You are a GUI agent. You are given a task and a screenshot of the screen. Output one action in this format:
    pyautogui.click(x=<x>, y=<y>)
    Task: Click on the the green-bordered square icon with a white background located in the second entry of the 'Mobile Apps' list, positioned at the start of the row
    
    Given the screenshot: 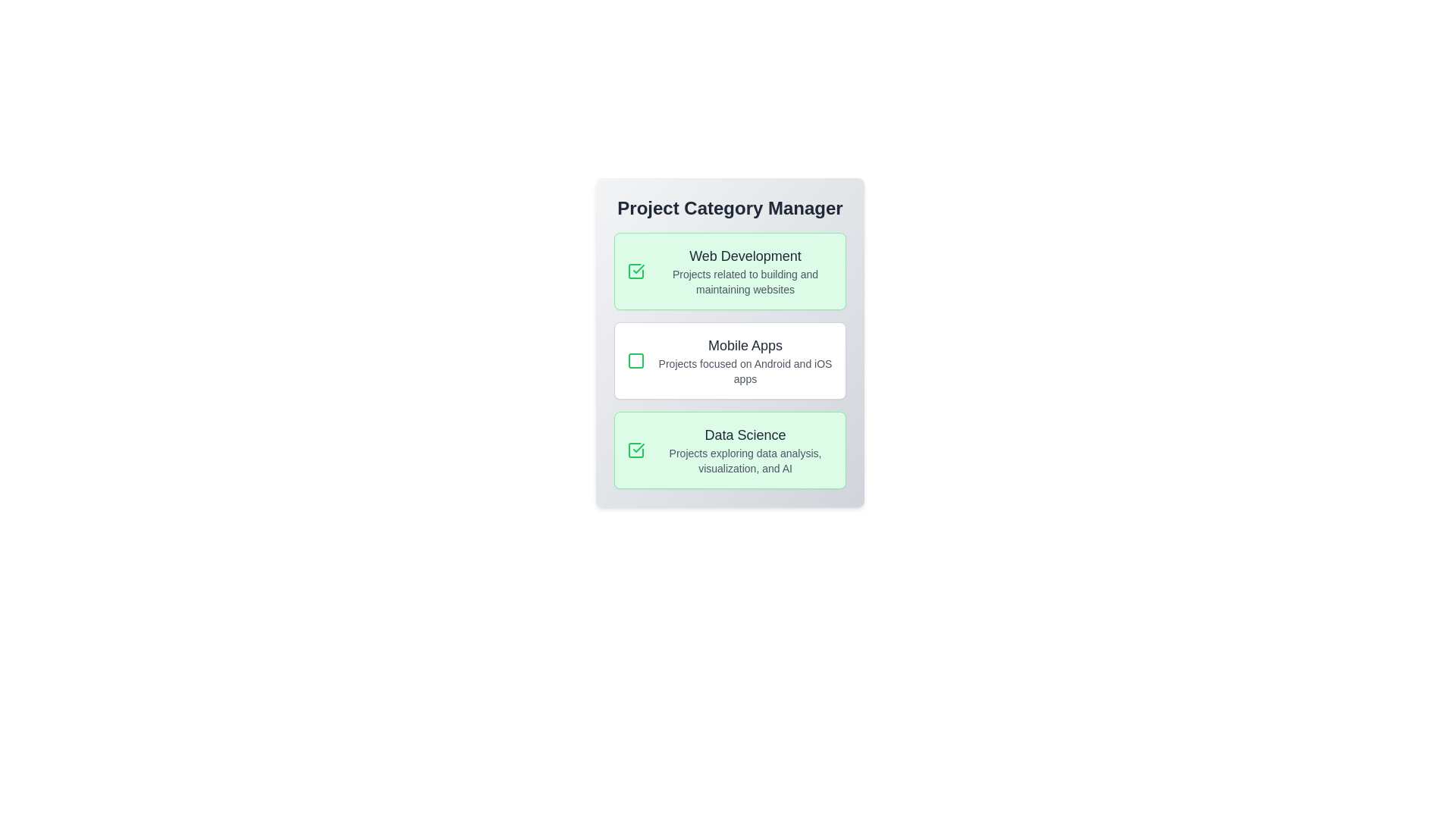 What is the action you would take?
    pyautogui.click(x=636, y=360)
    